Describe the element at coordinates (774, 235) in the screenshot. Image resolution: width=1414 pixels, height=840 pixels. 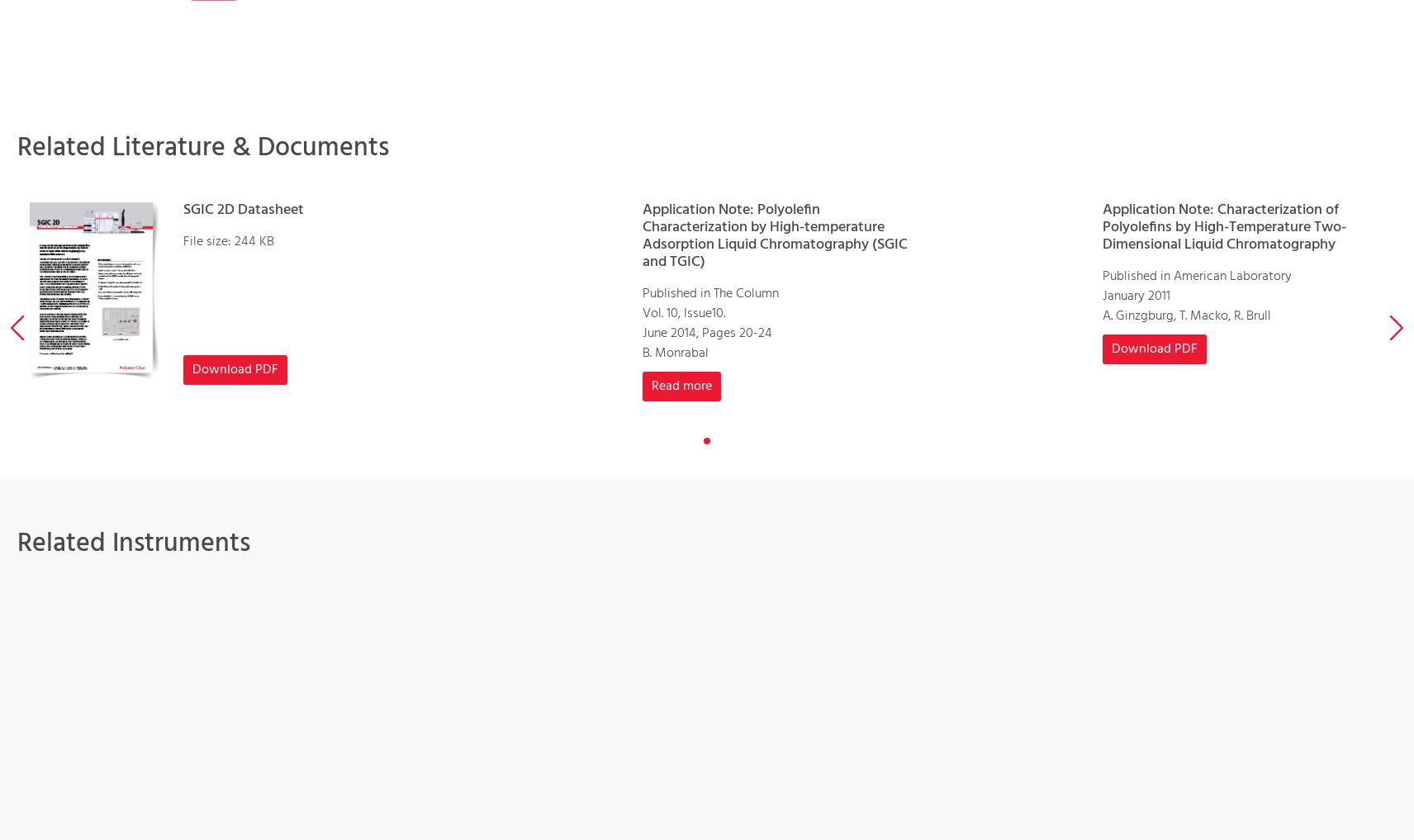
I see `'Application Note: Polyolefin Characterization by High-temperature Adsorption Liquid Chromatography (SGIC and TGIC)'` at that location.